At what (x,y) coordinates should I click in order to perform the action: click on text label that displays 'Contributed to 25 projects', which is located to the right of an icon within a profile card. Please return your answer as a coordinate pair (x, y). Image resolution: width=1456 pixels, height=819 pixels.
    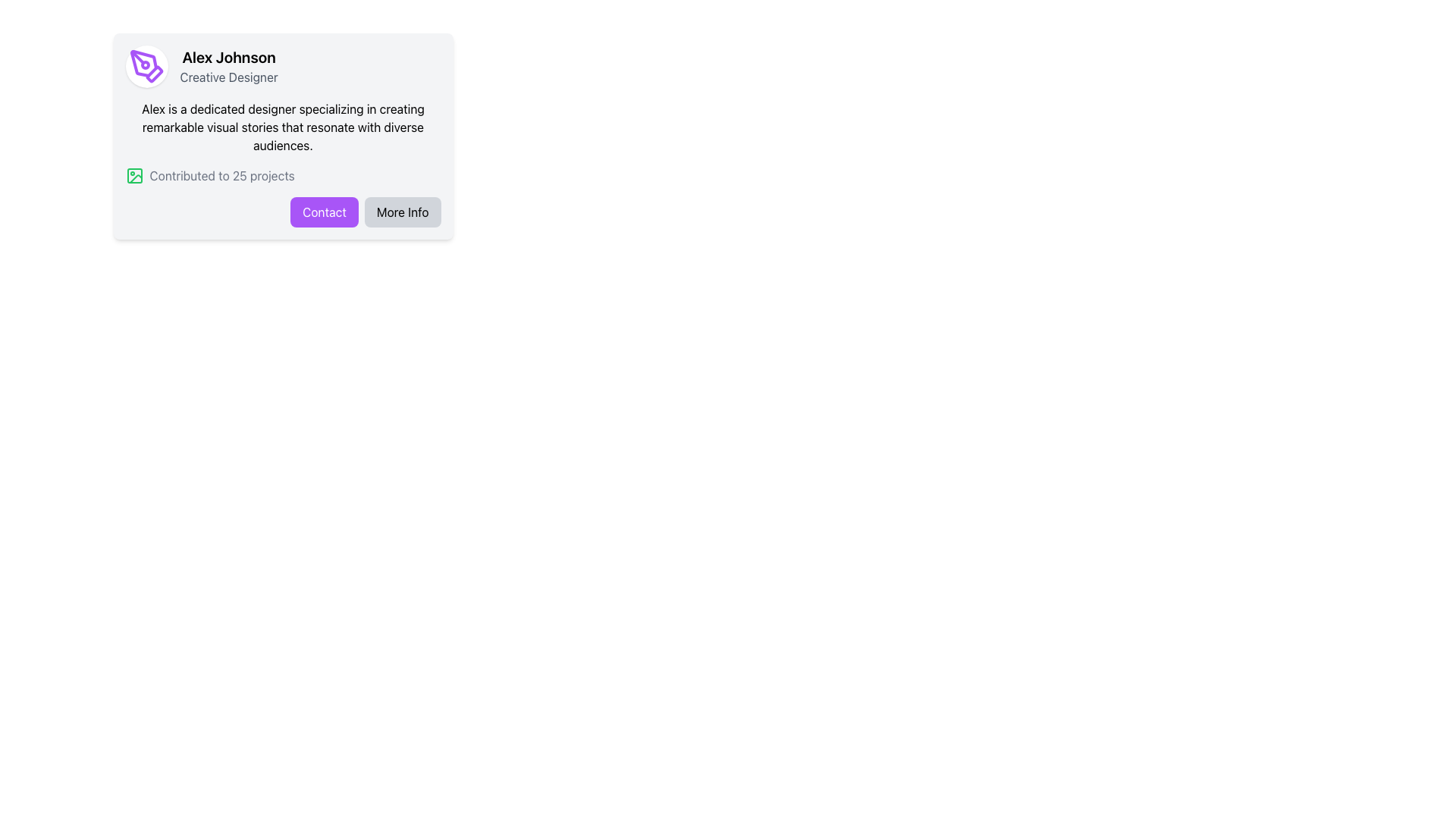
    Looking at the image, I should click on (221, 174).